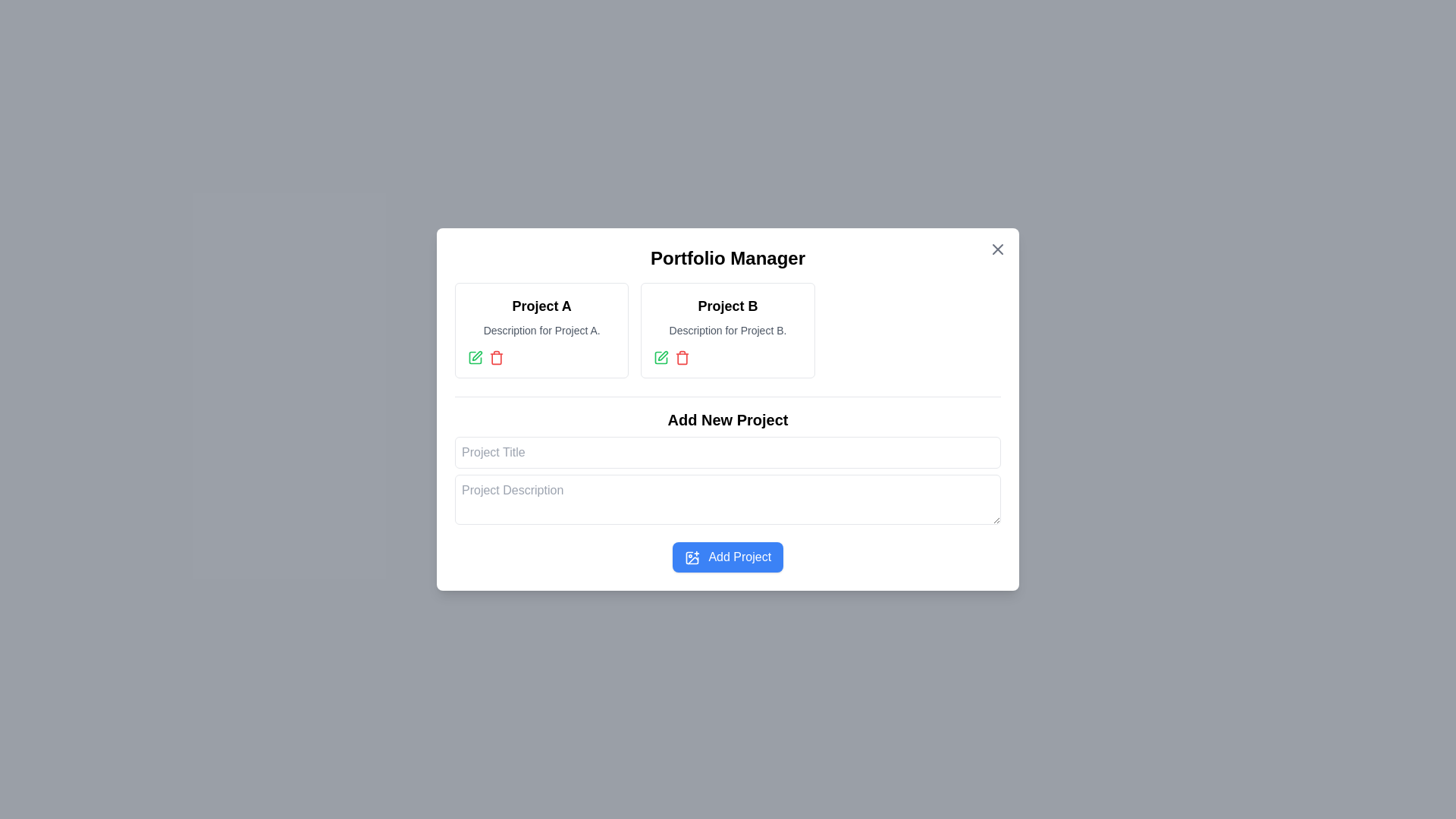 This screenshot has width=1456, height=819. What do you see at coordinates (728, 420) in the screenshot?
I see `the text header displaying 'Add New Project', which is bold and centered in the layout` at bounding box center [728, 420].